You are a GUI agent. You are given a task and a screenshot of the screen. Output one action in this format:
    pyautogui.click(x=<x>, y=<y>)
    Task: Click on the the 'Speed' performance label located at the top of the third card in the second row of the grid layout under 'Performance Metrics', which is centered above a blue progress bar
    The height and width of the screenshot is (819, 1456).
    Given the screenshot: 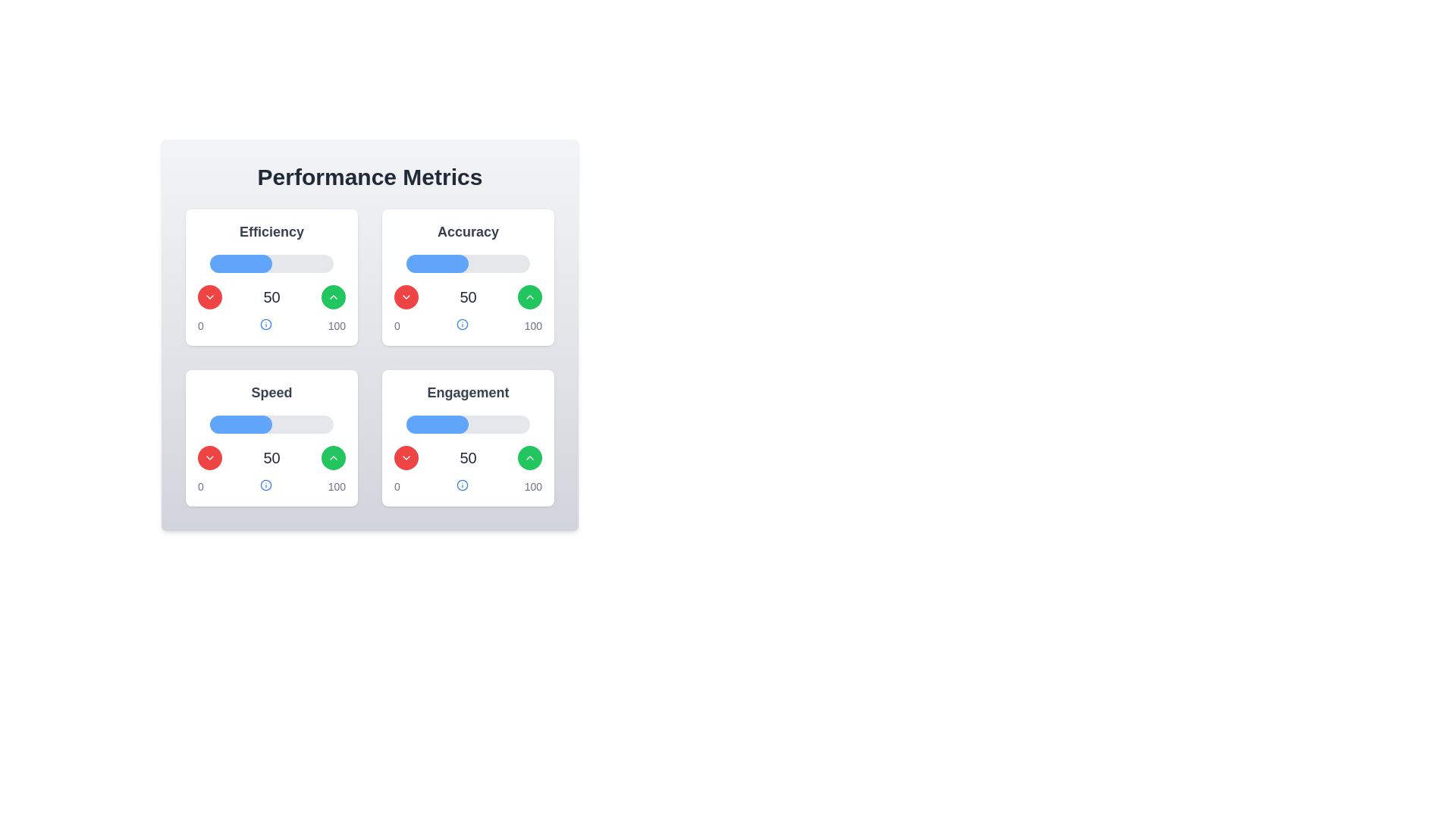 What is the action you would take?
    pyautogui.click(x=271, y=391)
    